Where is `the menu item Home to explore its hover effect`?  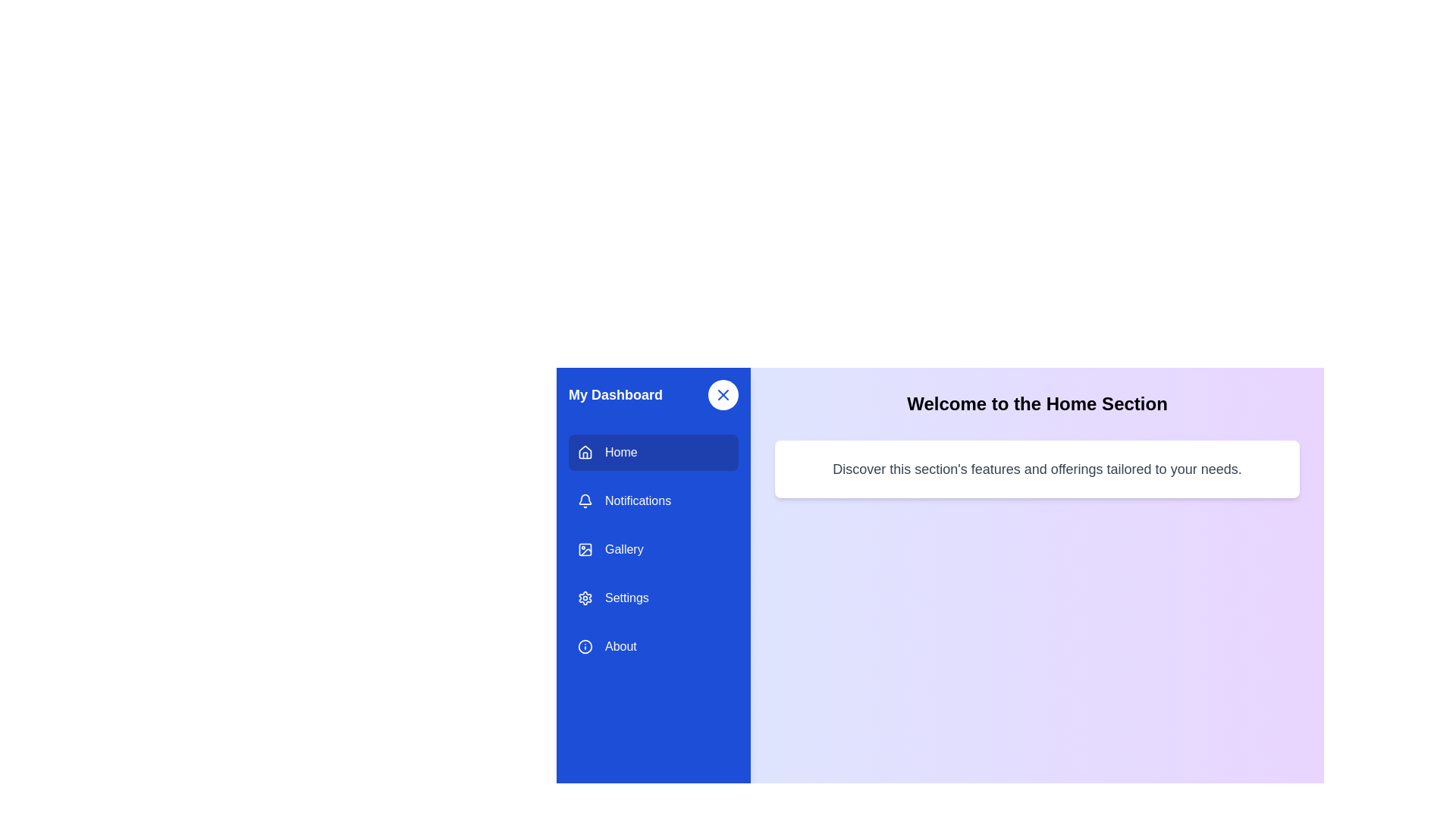 the menu item Home to explore its hover effect is located at coordinates (654, 452).